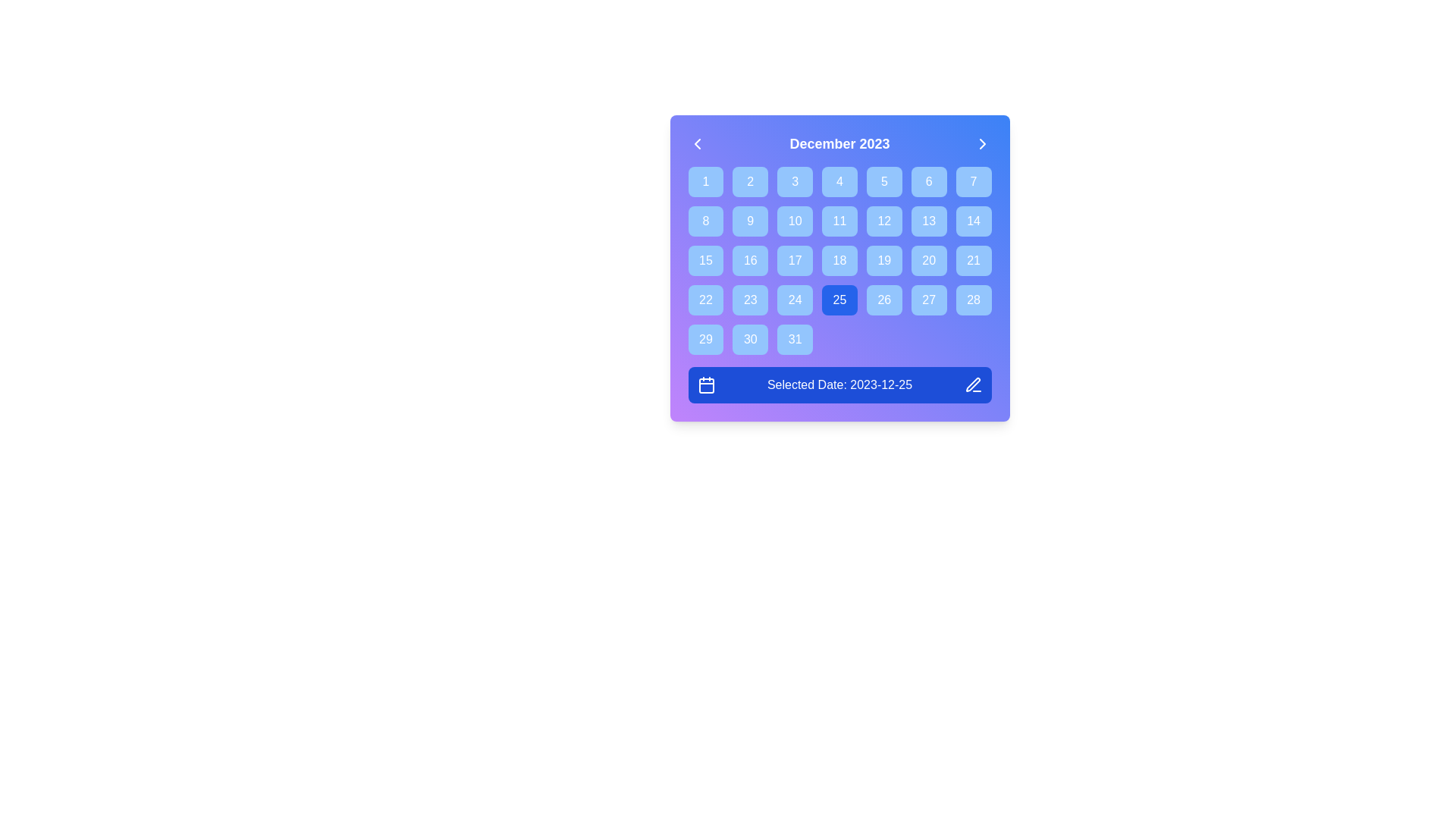  What do you see at coordinates (839, 259) in the screenshot?
I see `the button representing the day in the calendar grid located in the fourth row and fourth column` at bounding box center [839, 259].